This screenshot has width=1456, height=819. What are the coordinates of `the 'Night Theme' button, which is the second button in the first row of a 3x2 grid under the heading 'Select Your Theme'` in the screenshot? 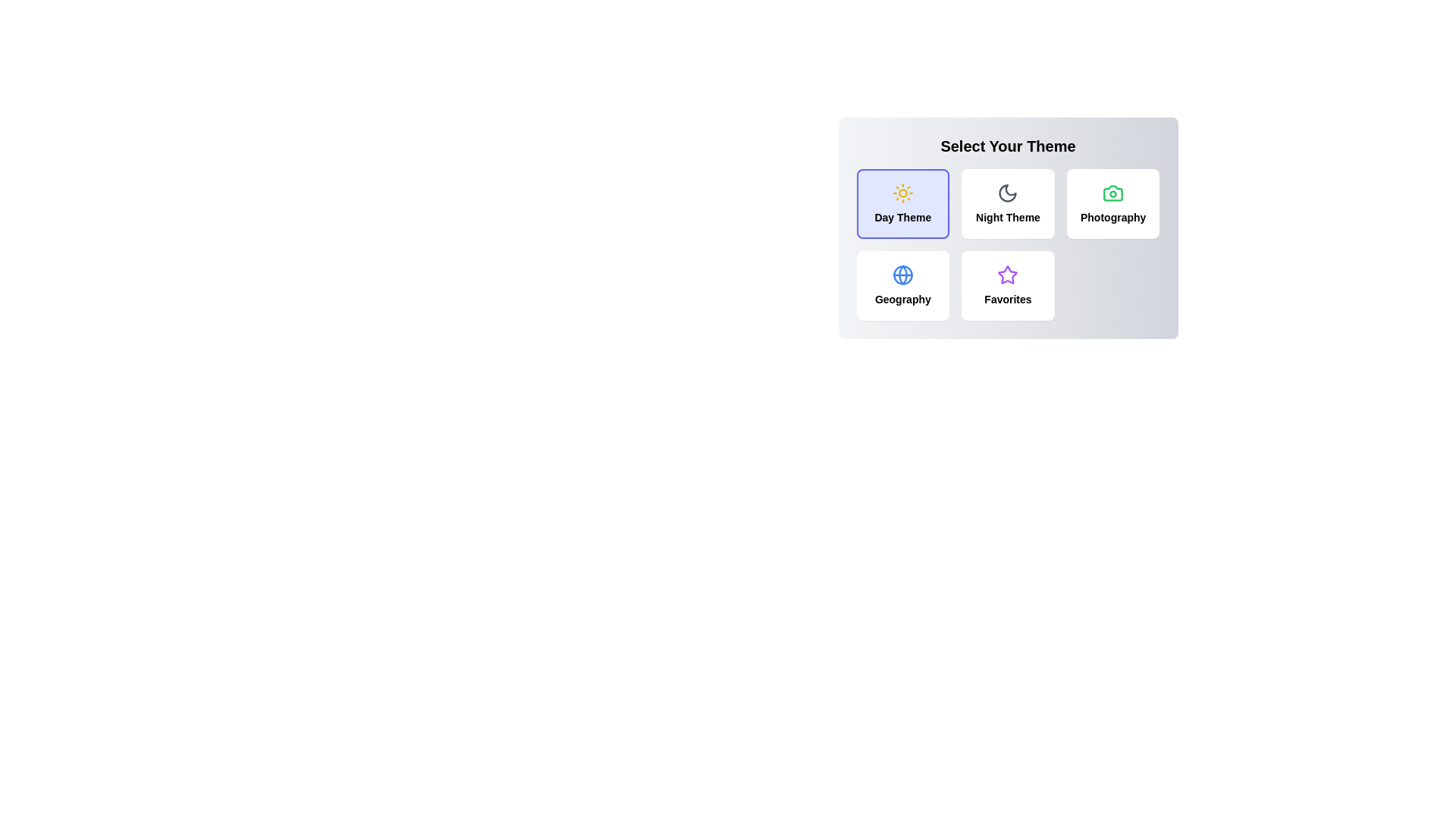 It's located at (1008, 227).